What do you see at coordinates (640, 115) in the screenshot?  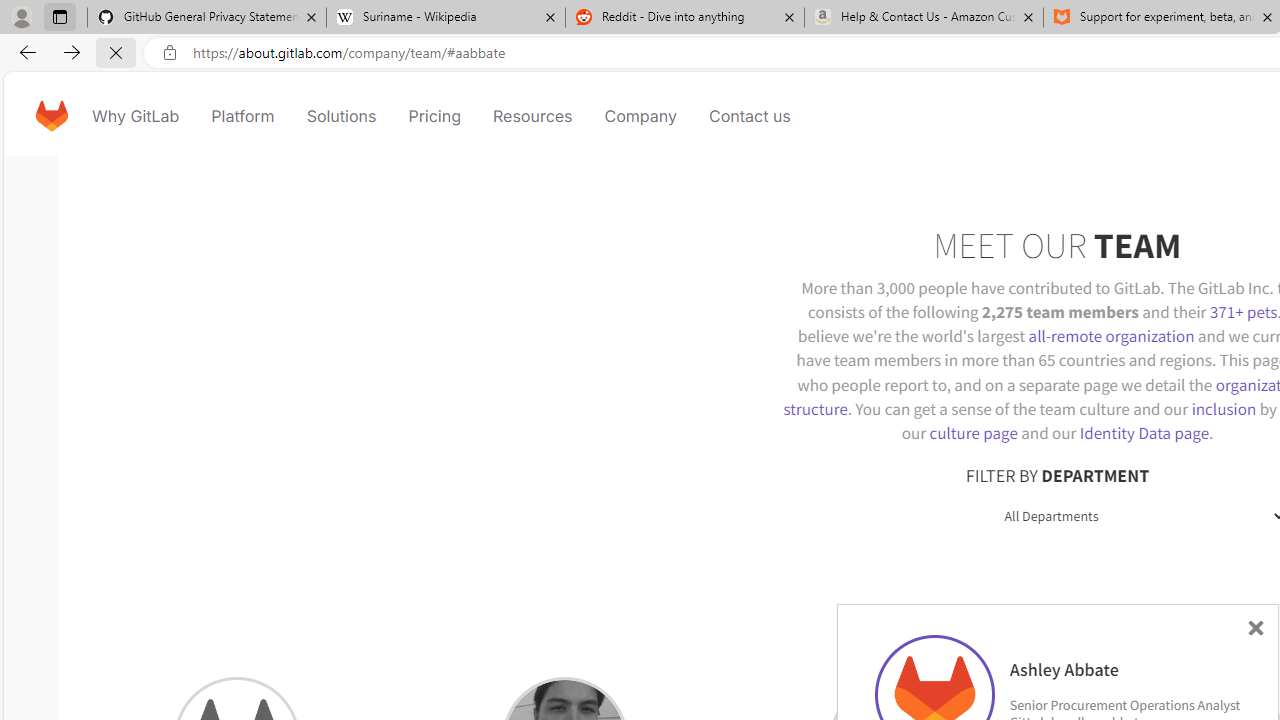 I see `'Company'` at bounding box center [640, 115].